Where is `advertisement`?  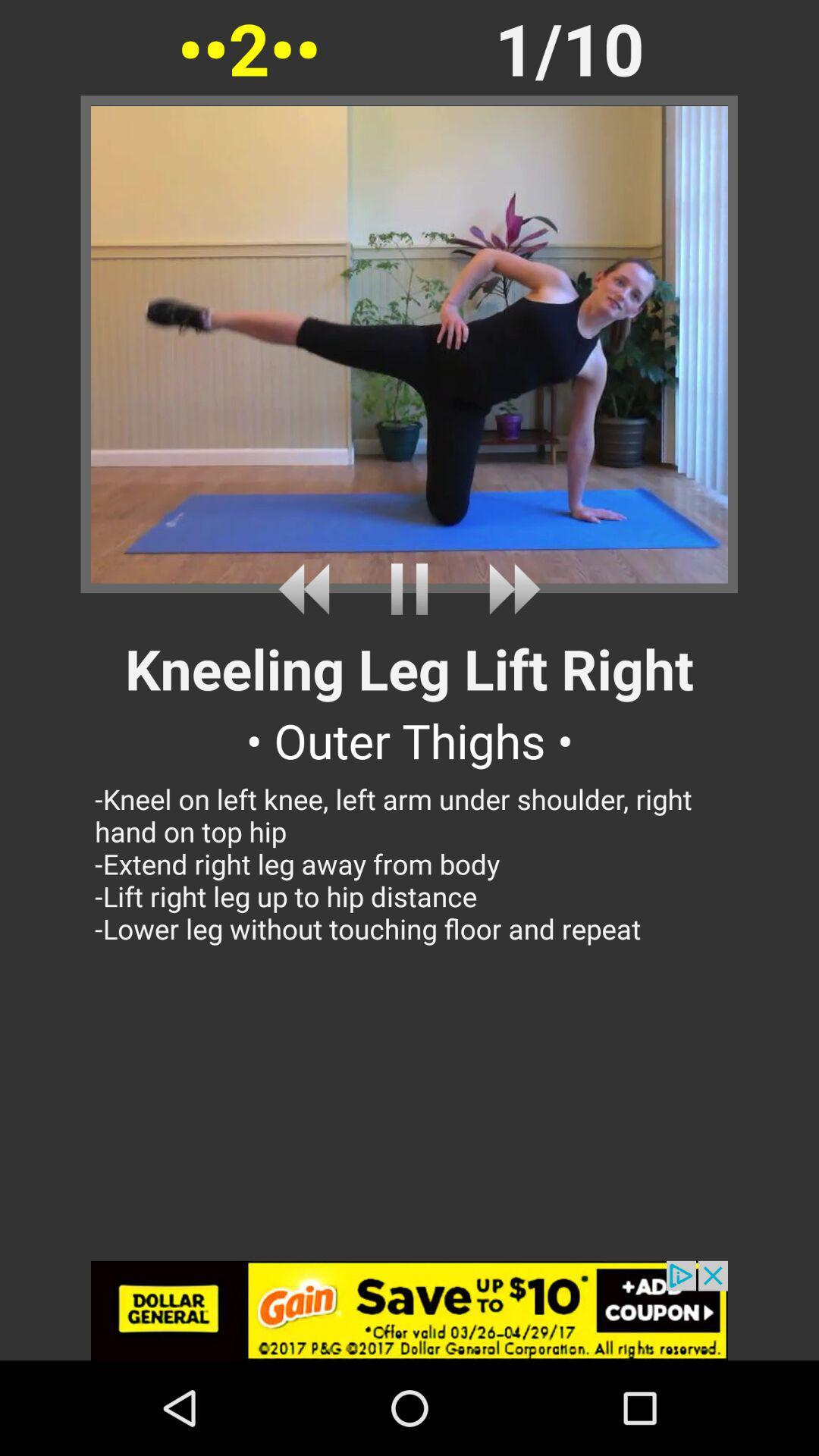
advertisement is located at coordinates (409, 1310).